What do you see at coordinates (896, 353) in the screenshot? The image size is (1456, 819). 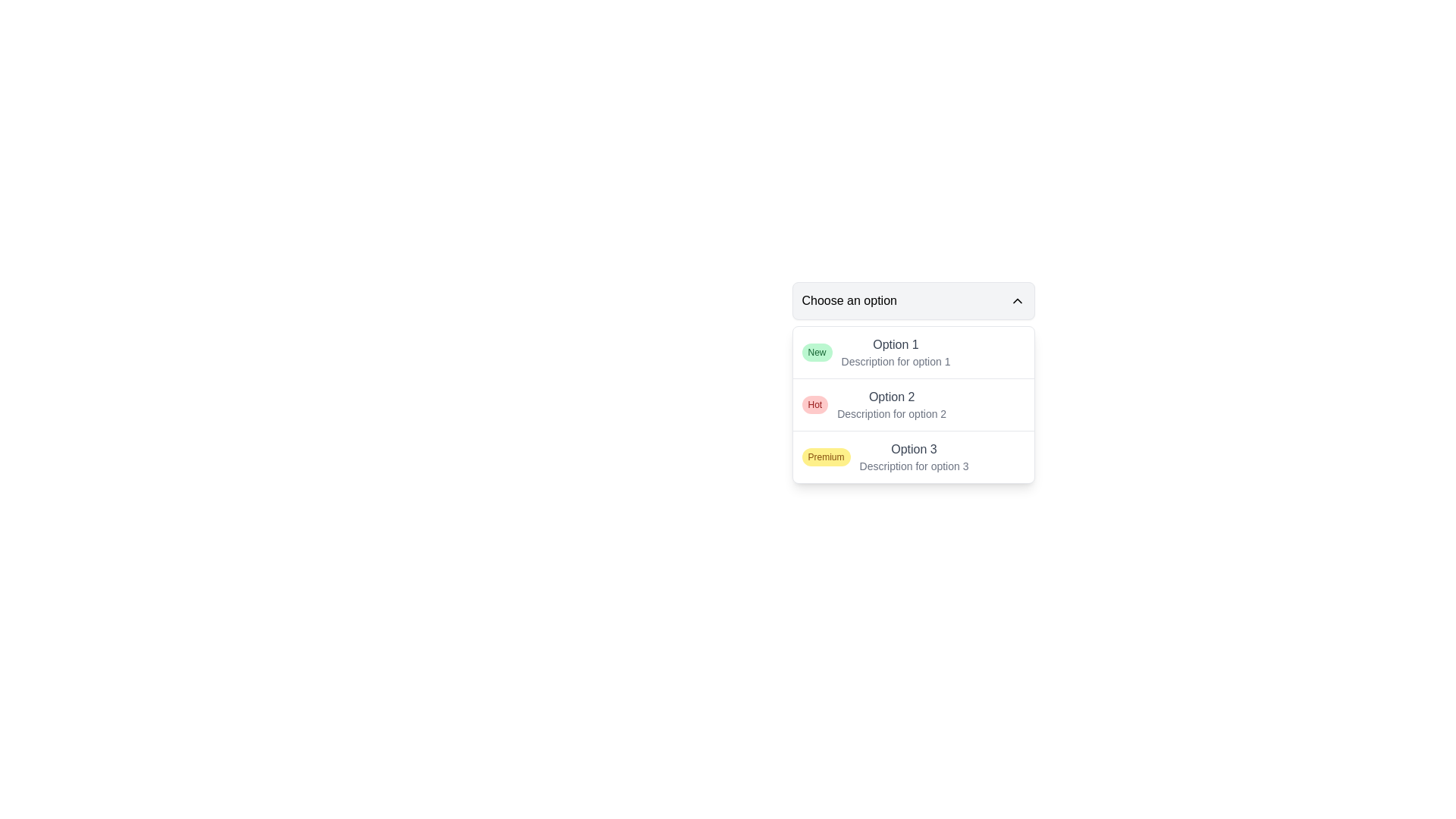 I see `the dropdown menu item labeled 'Option 1'` at bounding box center [896, 353].